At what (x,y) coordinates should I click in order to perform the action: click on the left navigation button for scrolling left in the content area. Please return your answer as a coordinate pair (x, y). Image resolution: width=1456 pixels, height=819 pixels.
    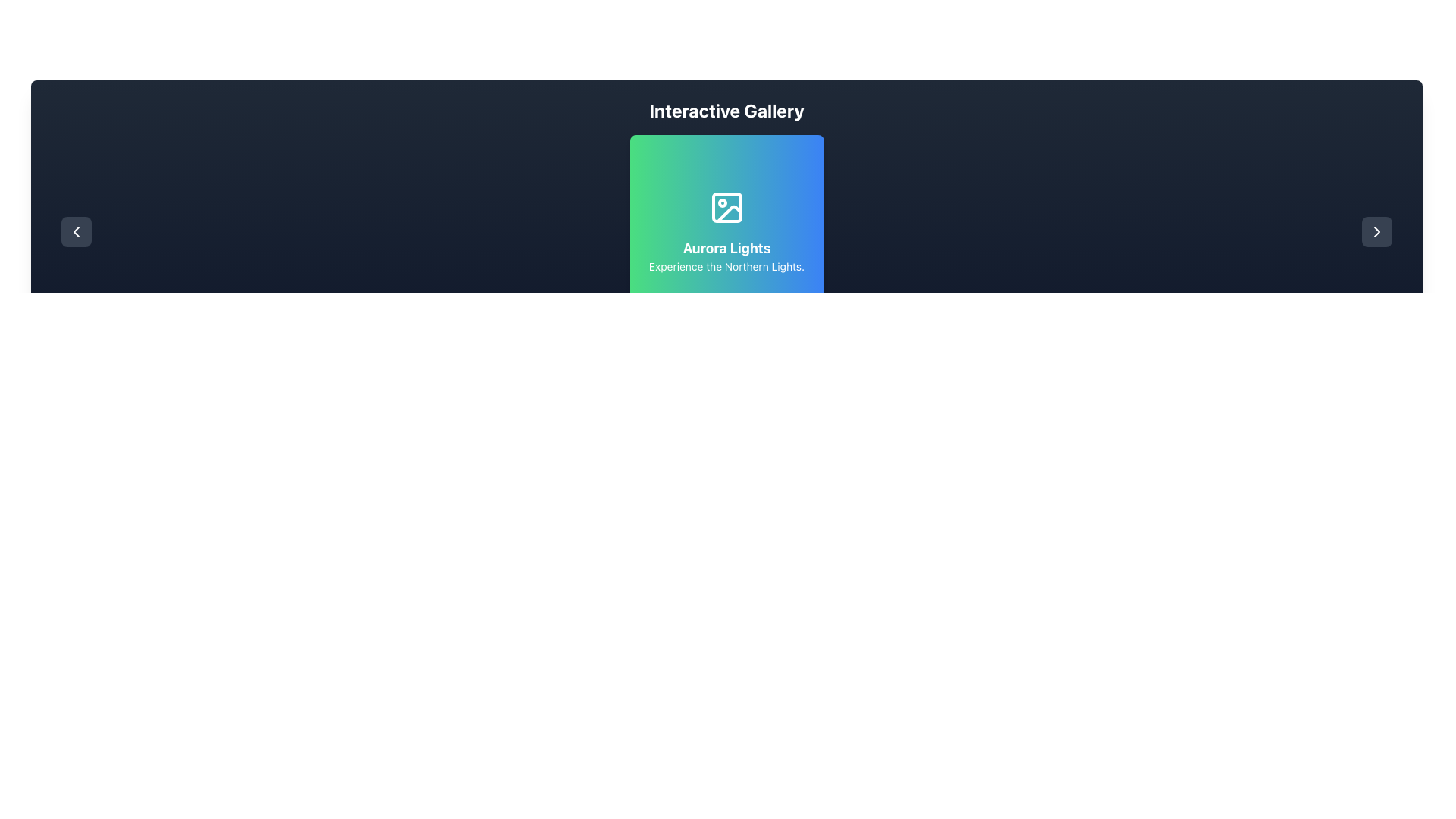
    Looking at the image, I should click on (75, 231).